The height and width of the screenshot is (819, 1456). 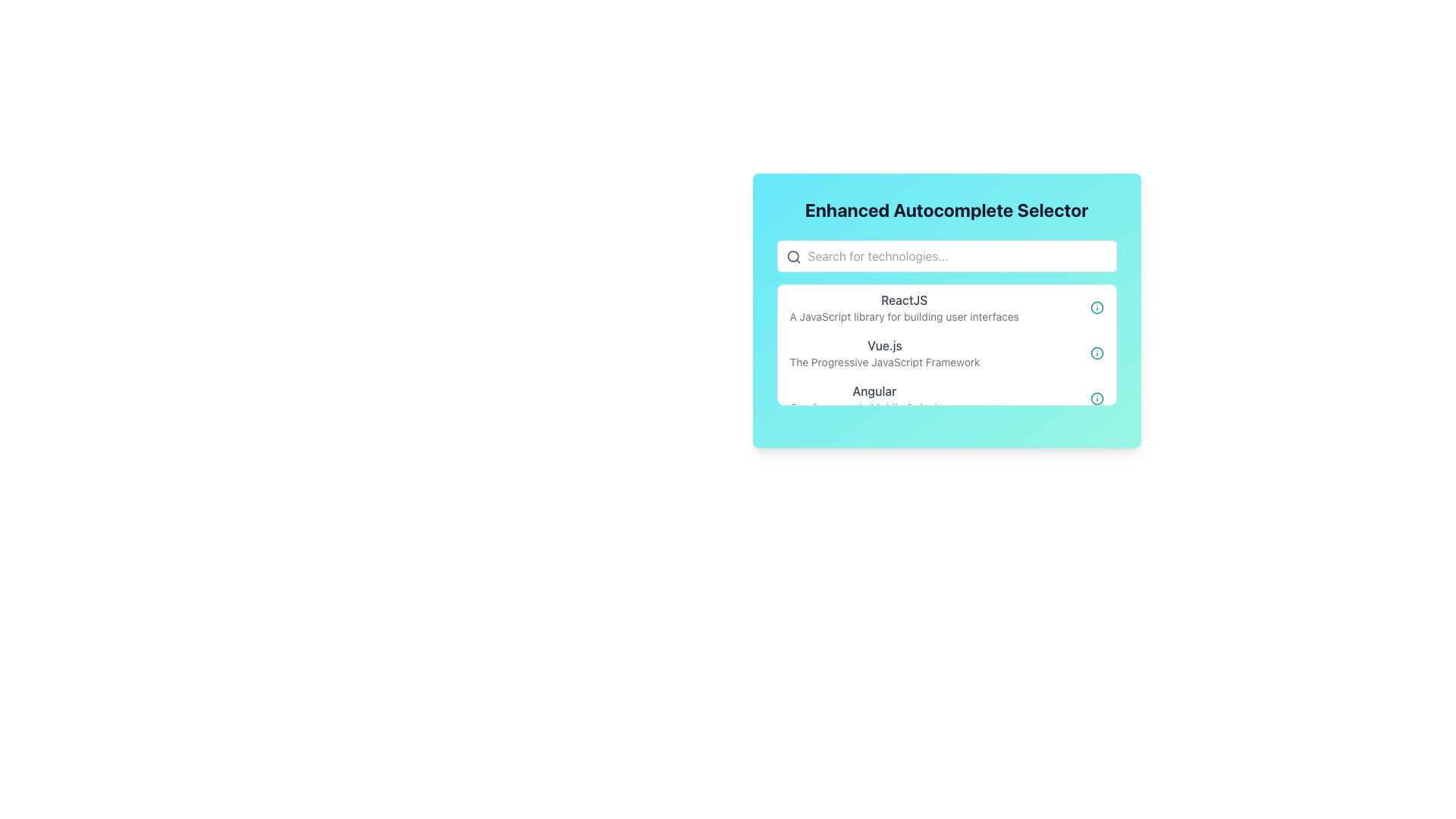 What do you see at coordinates (904, 307) in the screenshot?
I see `the first item in the dropdown list that provides information about ReactJS technology` at bounding box center [904, 307].